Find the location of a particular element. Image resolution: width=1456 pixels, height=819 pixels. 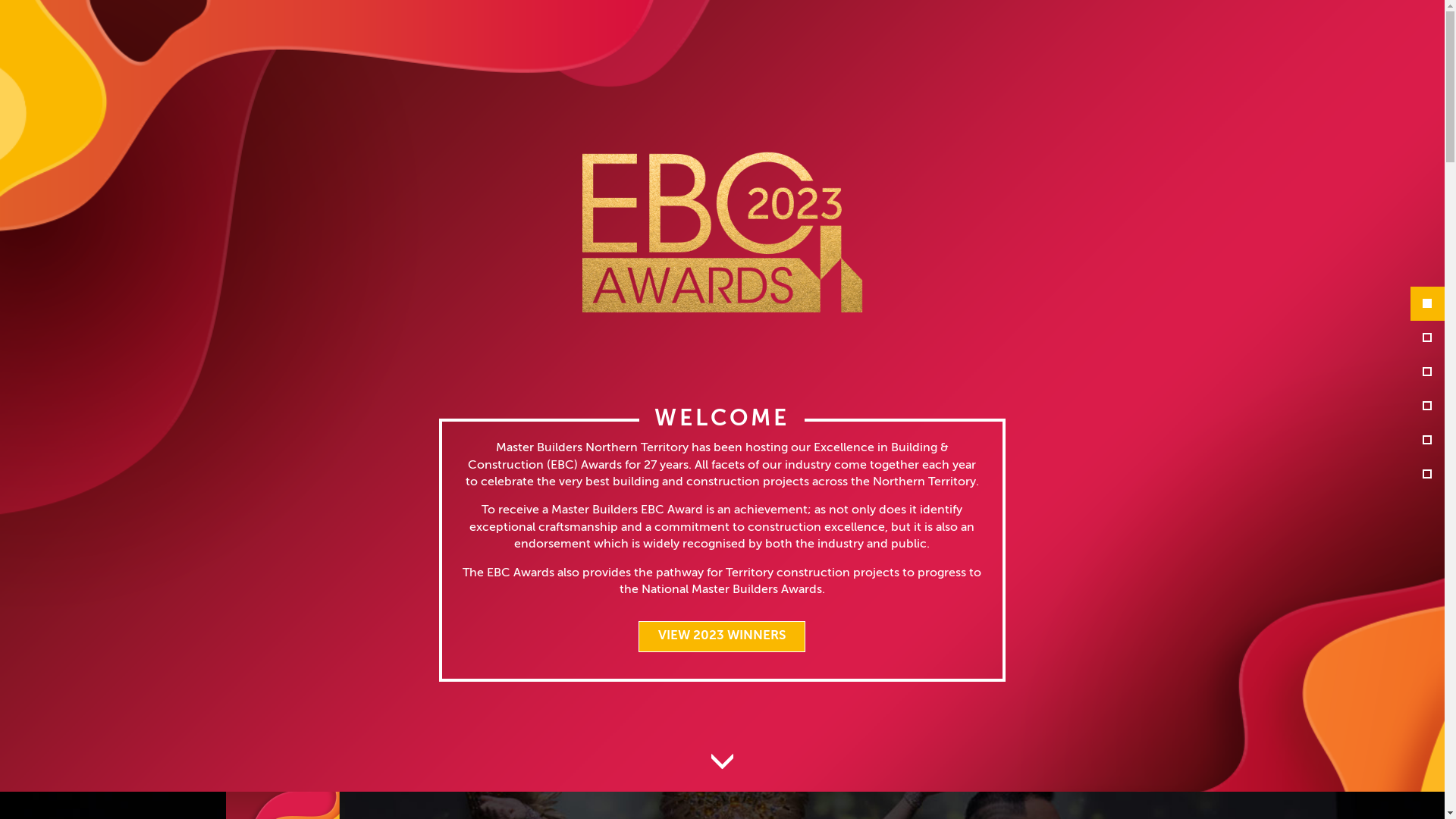

'VIEW 2023 WINNERS' is located at coordinates (720, 636).